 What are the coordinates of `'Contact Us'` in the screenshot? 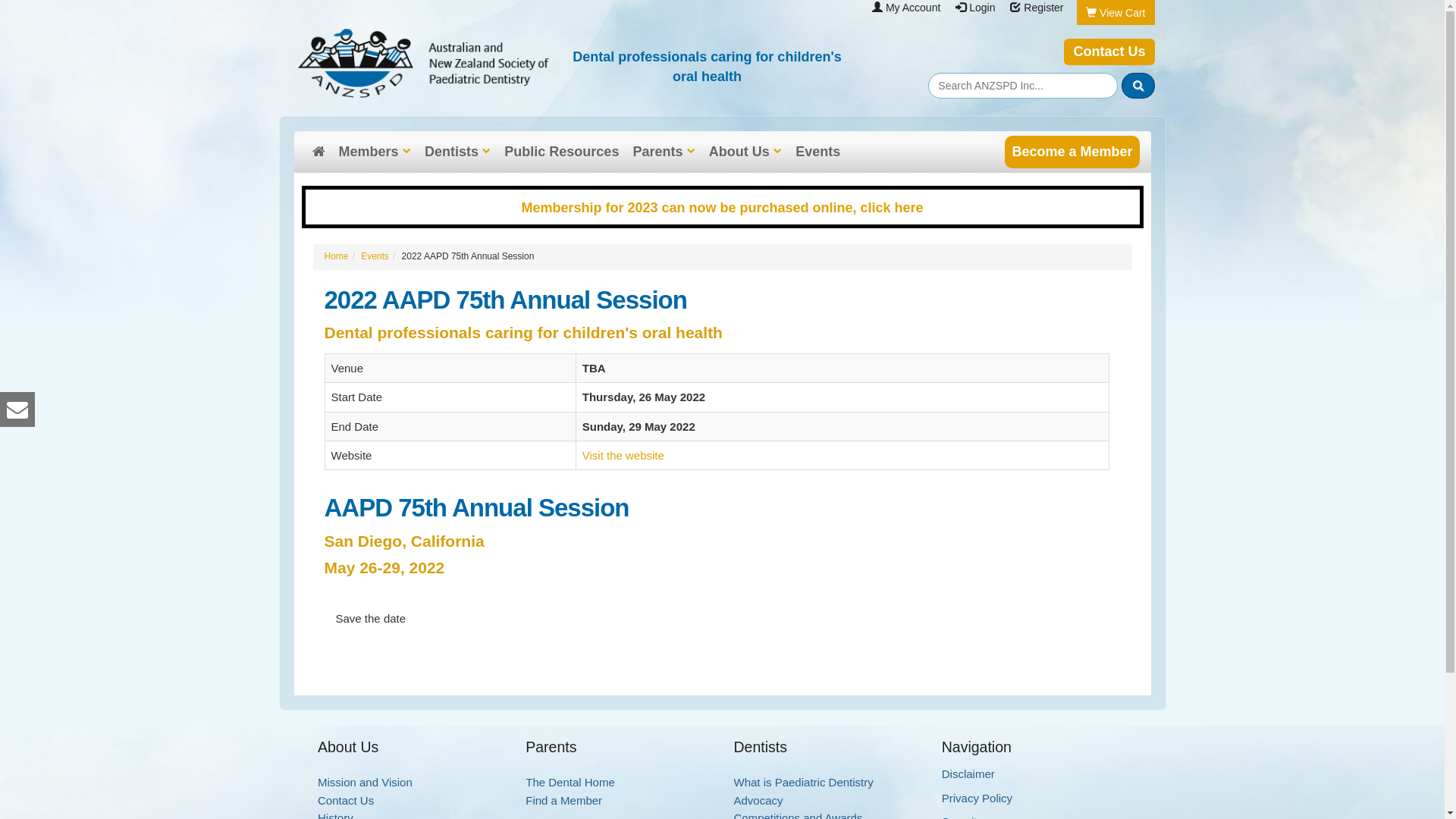 It's located at (345, 799).